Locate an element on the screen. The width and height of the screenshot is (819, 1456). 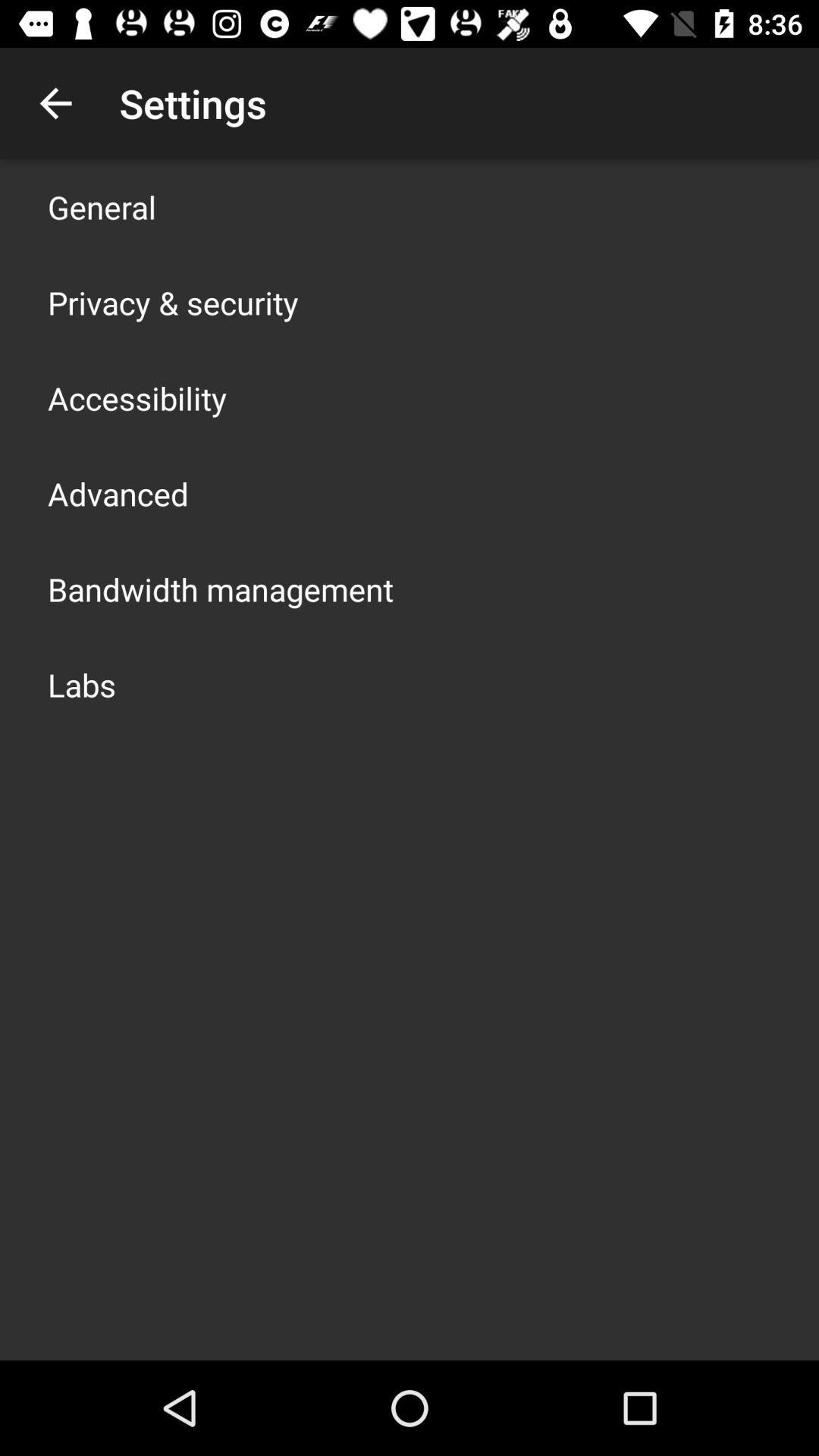
icon above general item is located at coordinates (55, 102).